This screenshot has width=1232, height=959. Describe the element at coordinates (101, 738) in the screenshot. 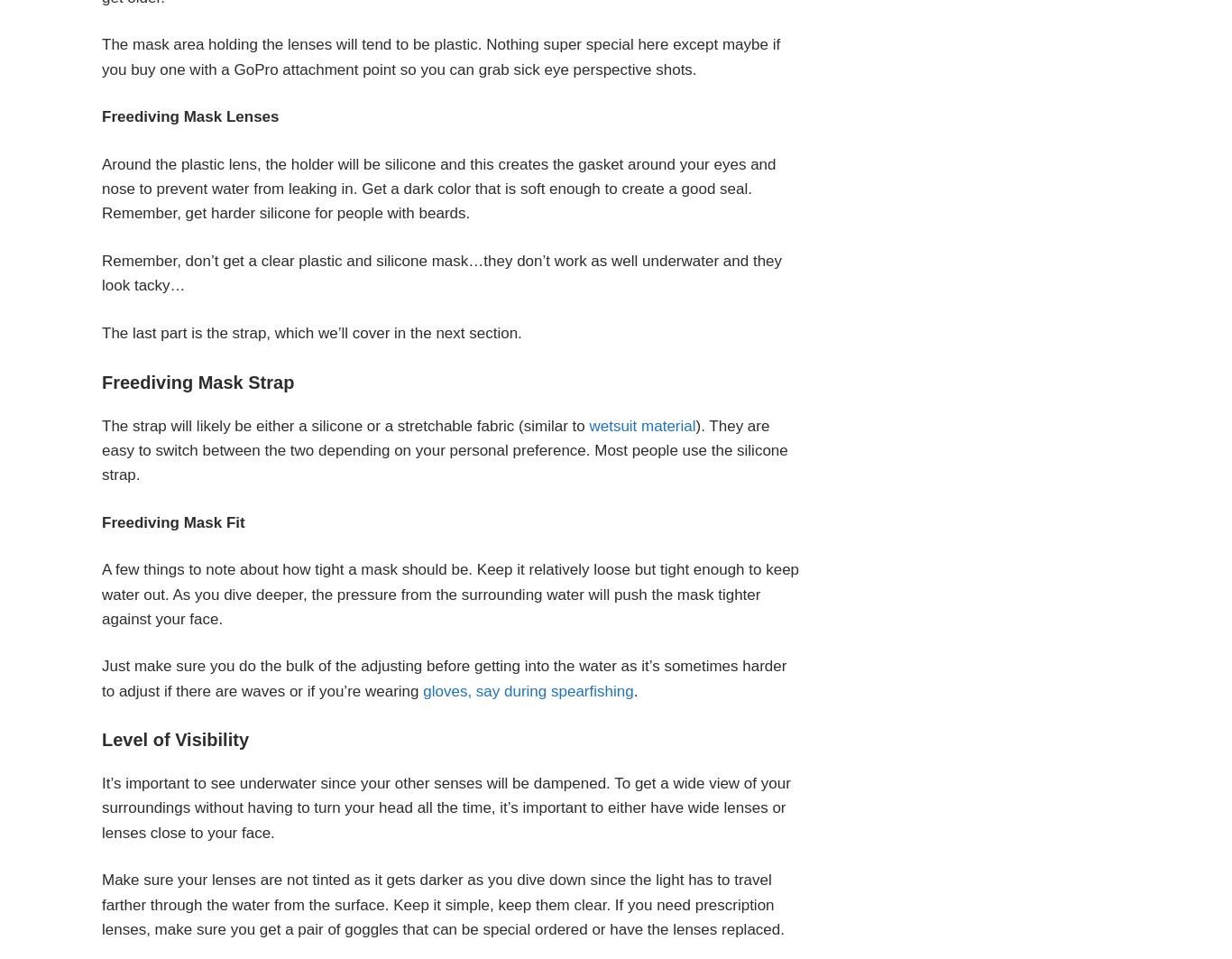

I see `'Level of Visibility'` at that location.